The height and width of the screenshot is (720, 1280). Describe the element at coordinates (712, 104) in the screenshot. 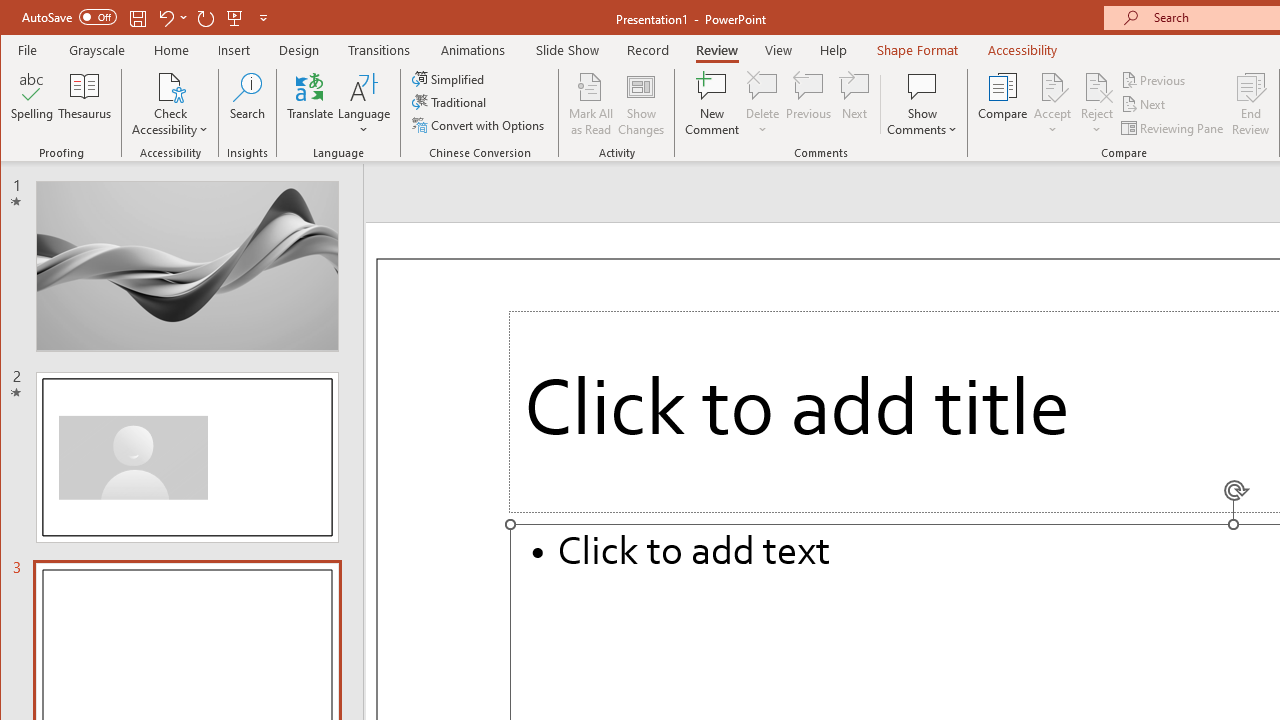

I see `'New Comment'` at that location.